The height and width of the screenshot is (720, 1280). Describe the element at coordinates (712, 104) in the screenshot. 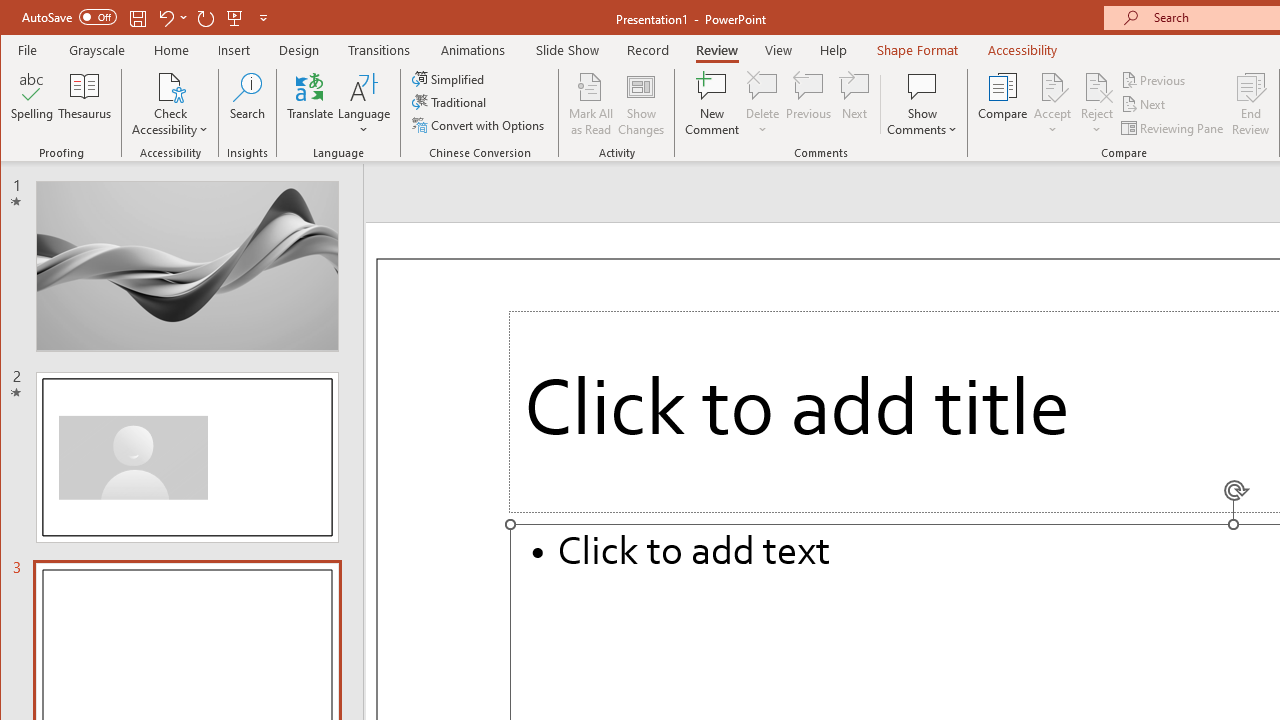

I see `'New Comment'` at that location.